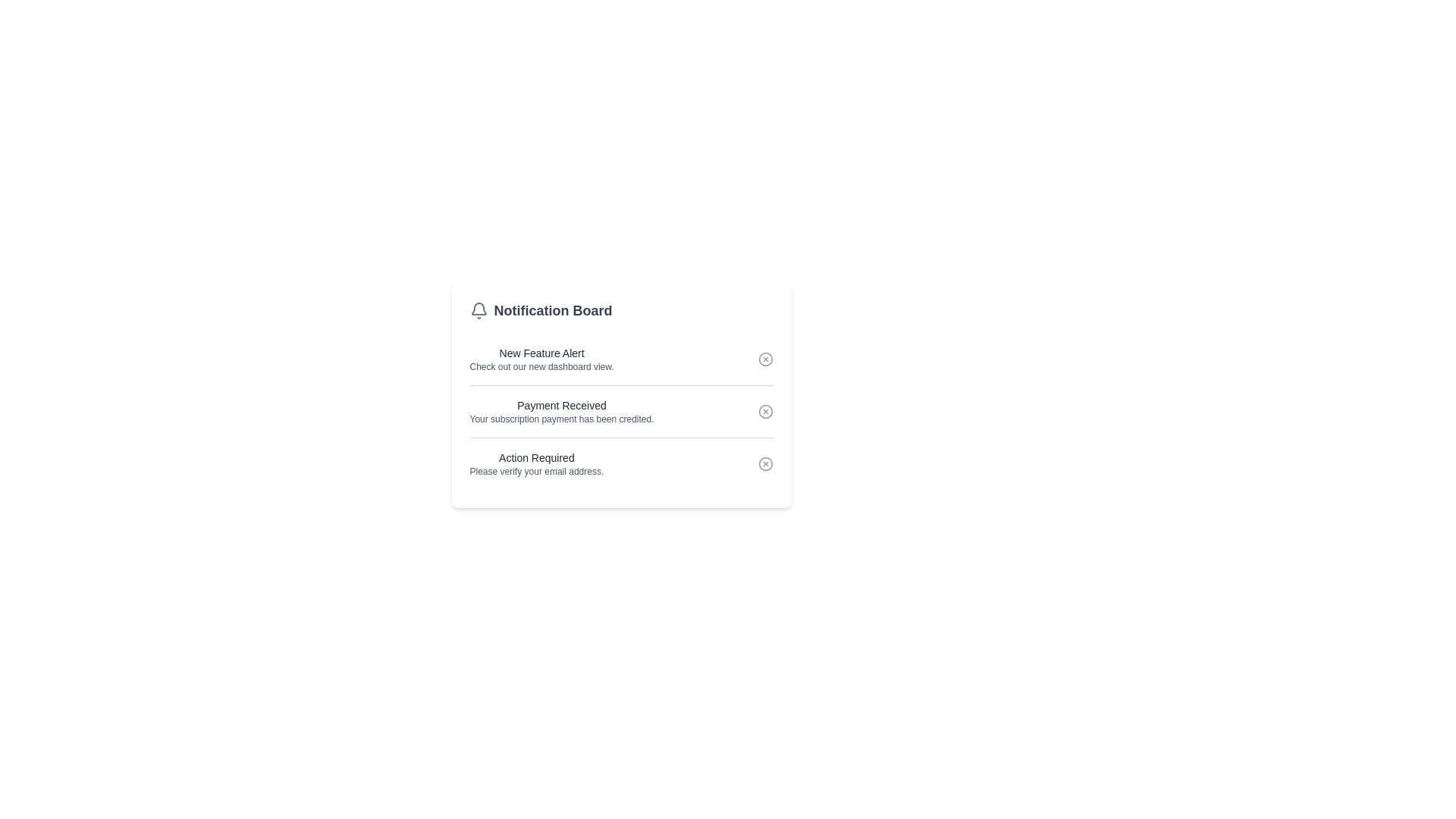 The image size is (1456, 819). What do you see at coordinates (765, 463) in the screenshot?
I see `the dismiss button located in the last notification row titled 'Action Required'` at bounding box center [765, 463].